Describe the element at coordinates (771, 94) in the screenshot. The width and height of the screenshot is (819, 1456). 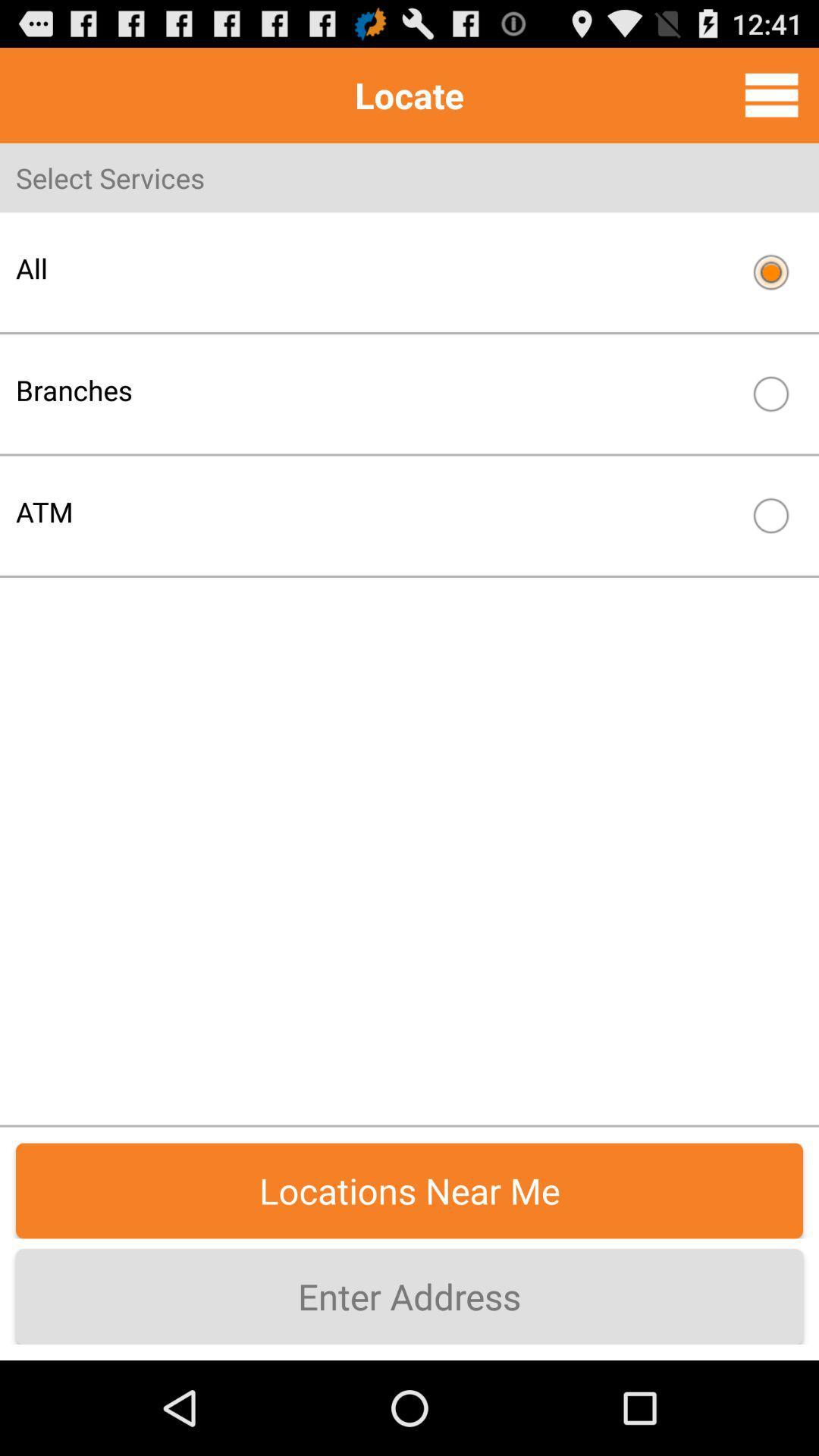
I see `open menu` at that location.